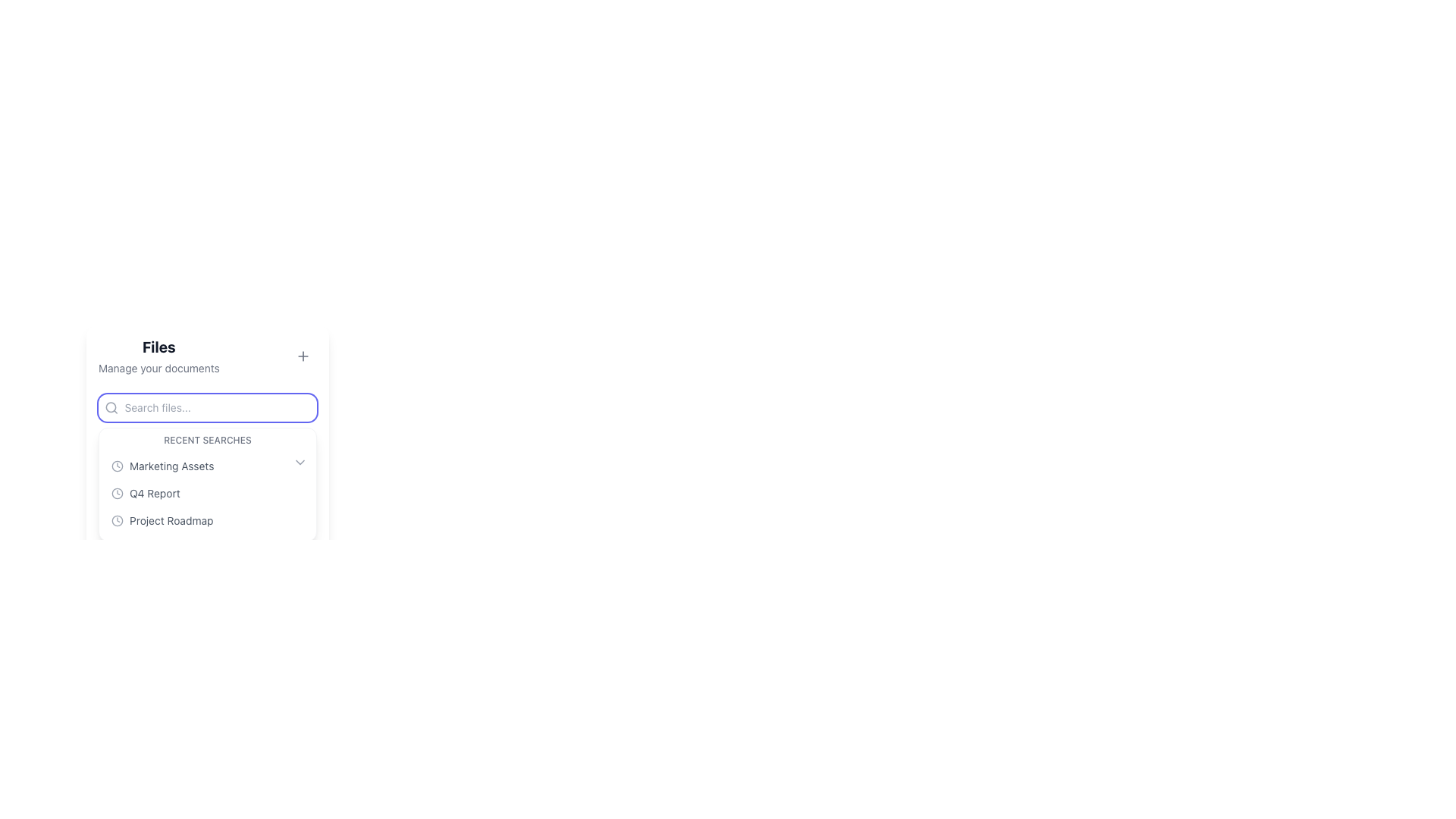  I want to click on the chevron icon located on the far right of the 'Documents' row, next to the text '43 items', so click(300, 461).